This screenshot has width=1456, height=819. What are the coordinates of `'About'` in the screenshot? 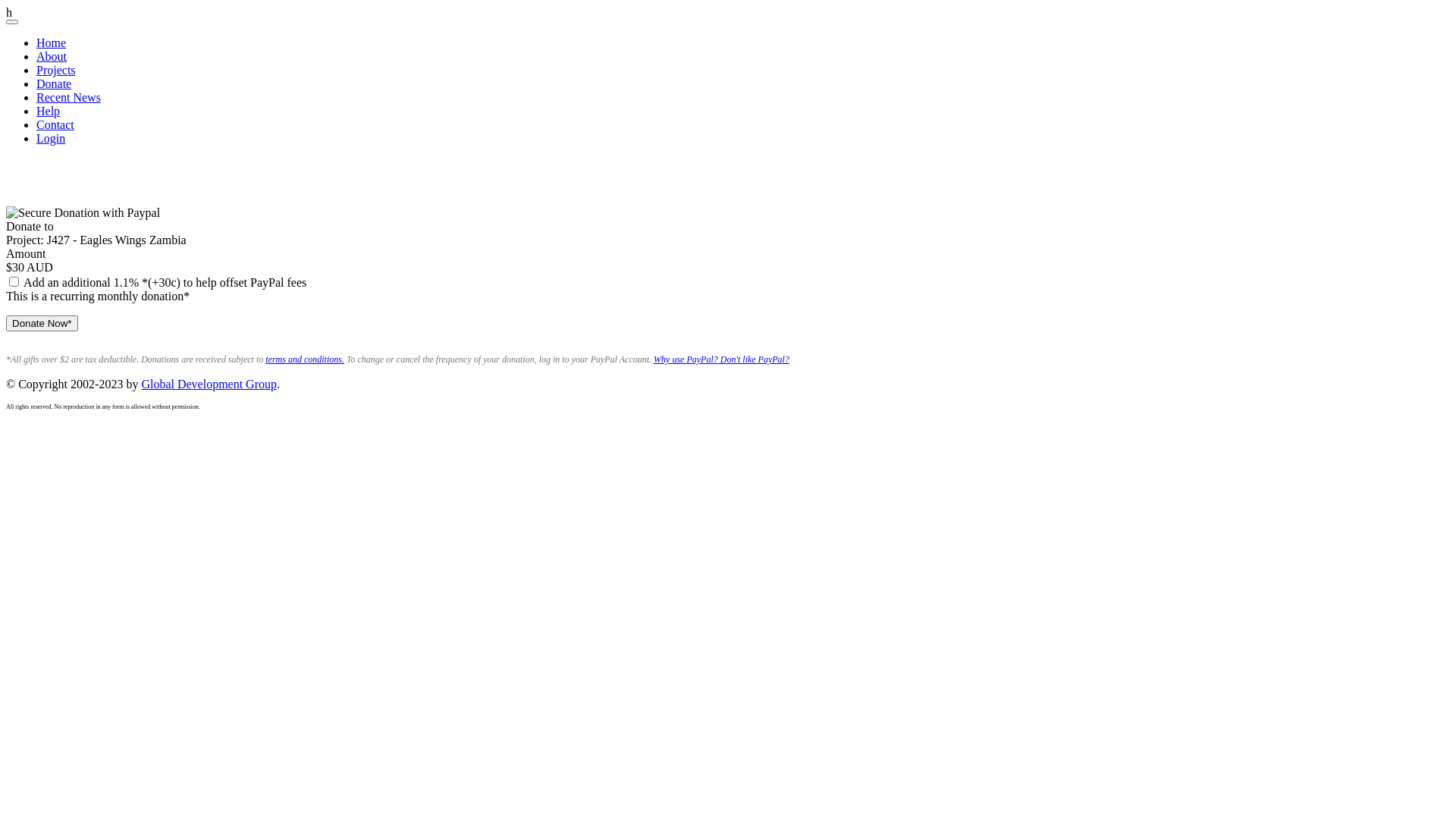 It's located at (51, 55).